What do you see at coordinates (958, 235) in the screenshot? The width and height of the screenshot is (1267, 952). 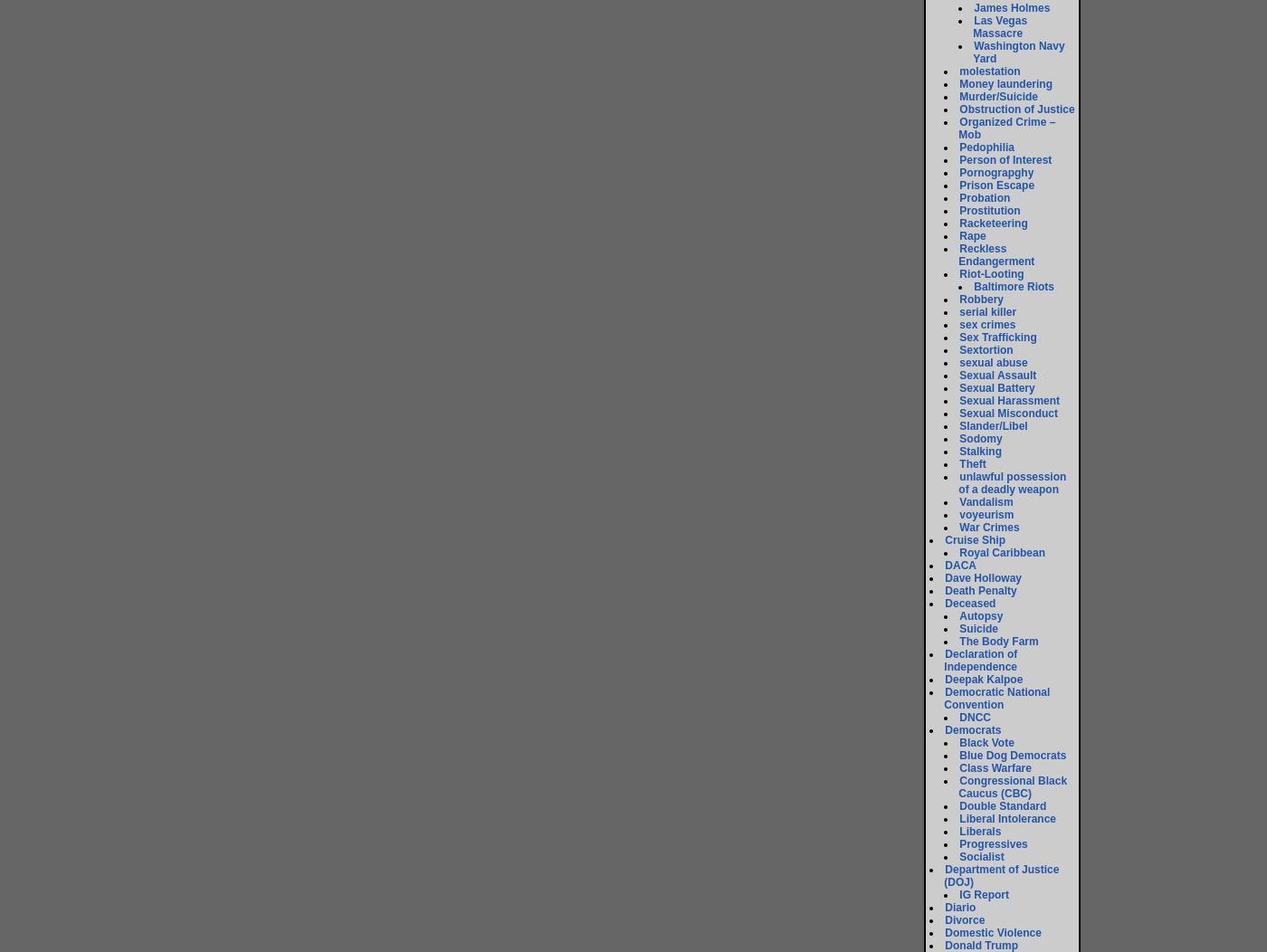 I see `'Rape'` at bounding box center [958, 235].